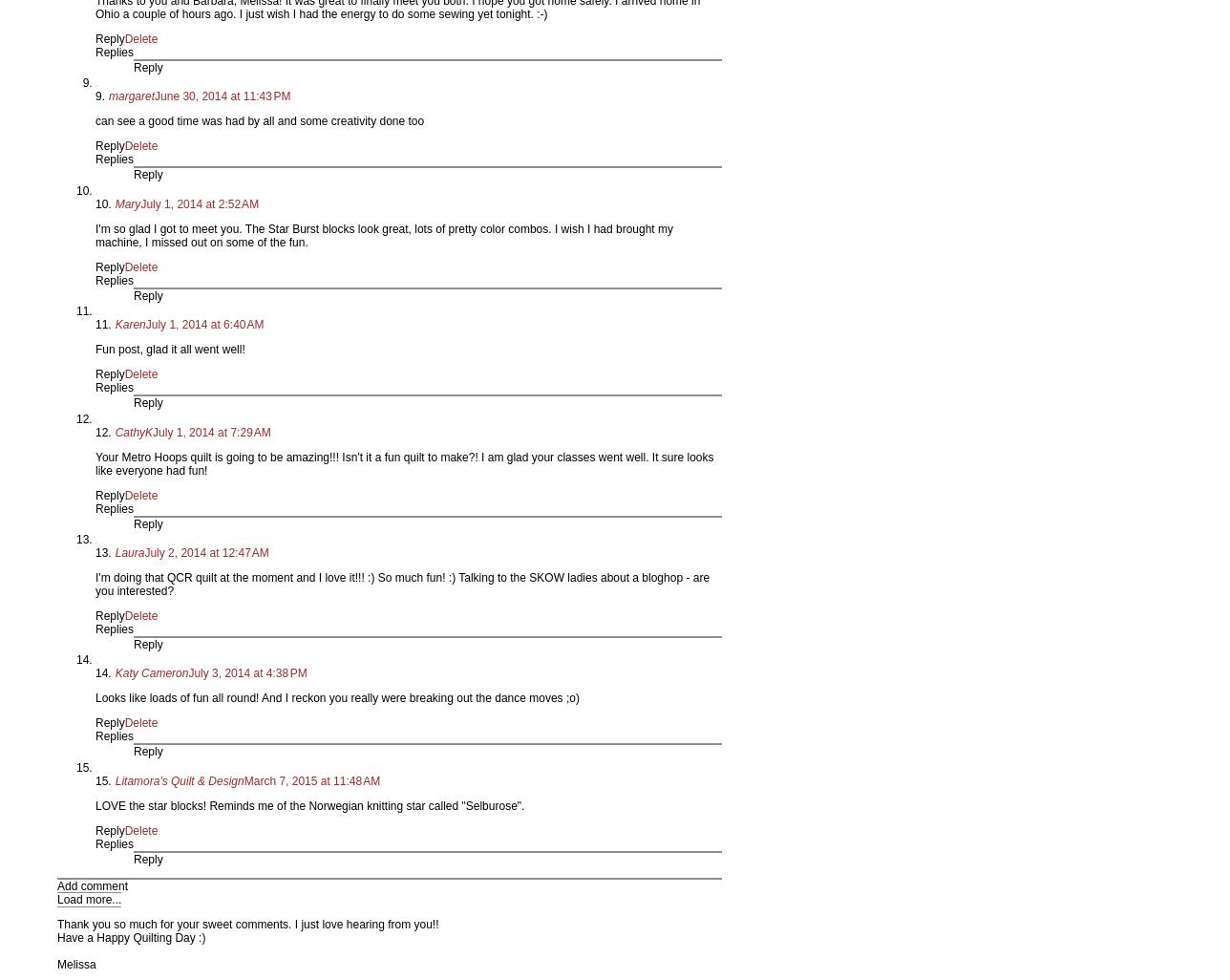 The image size is (1230, 980). I want to click on 'Karen', so click(130, 325).